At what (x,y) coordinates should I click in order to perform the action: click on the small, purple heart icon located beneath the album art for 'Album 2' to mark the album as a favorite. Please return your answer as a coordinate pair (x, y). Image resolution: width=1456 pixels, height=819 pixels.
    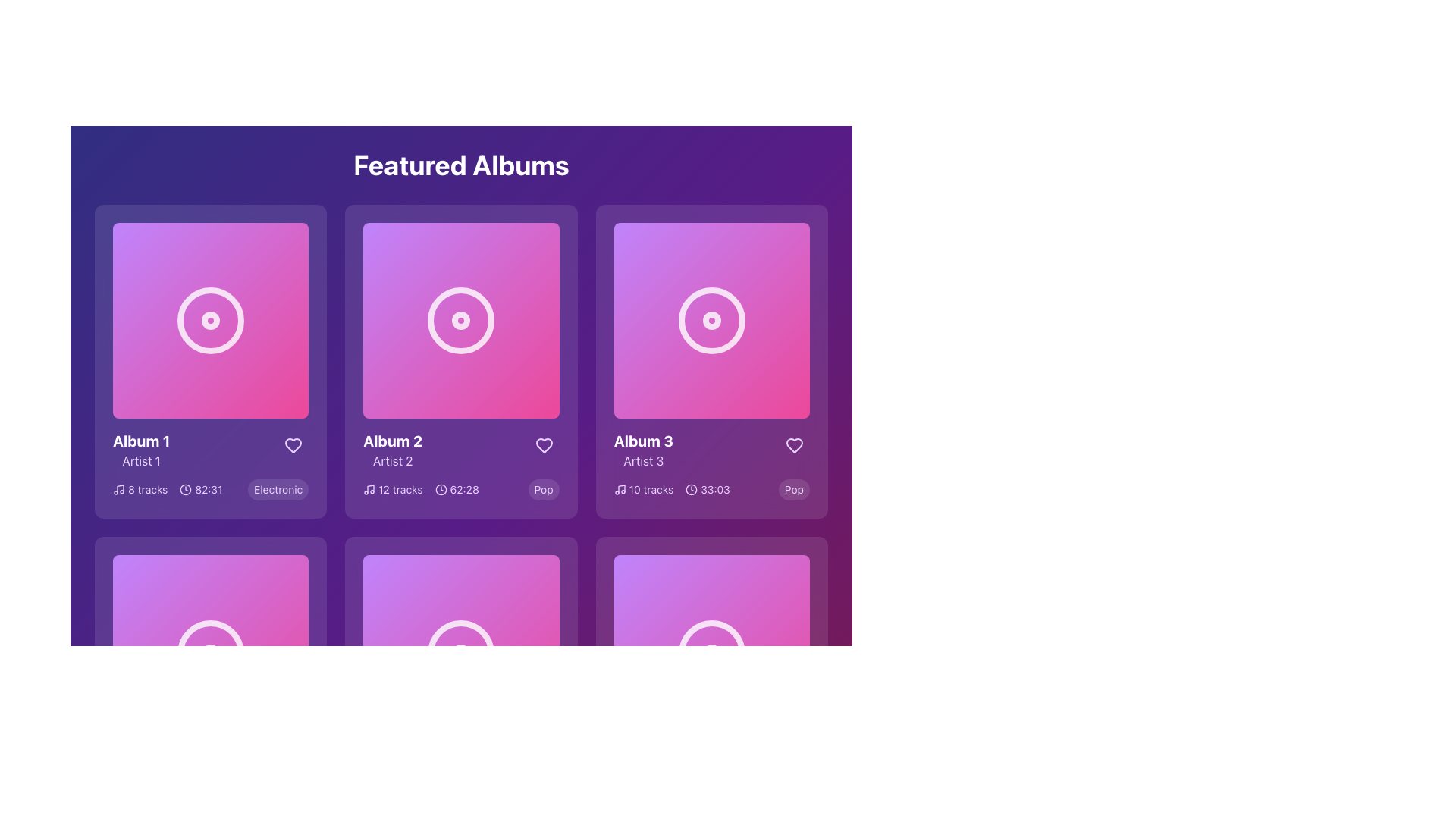
    Looking at the image, I should click on (544, 445).